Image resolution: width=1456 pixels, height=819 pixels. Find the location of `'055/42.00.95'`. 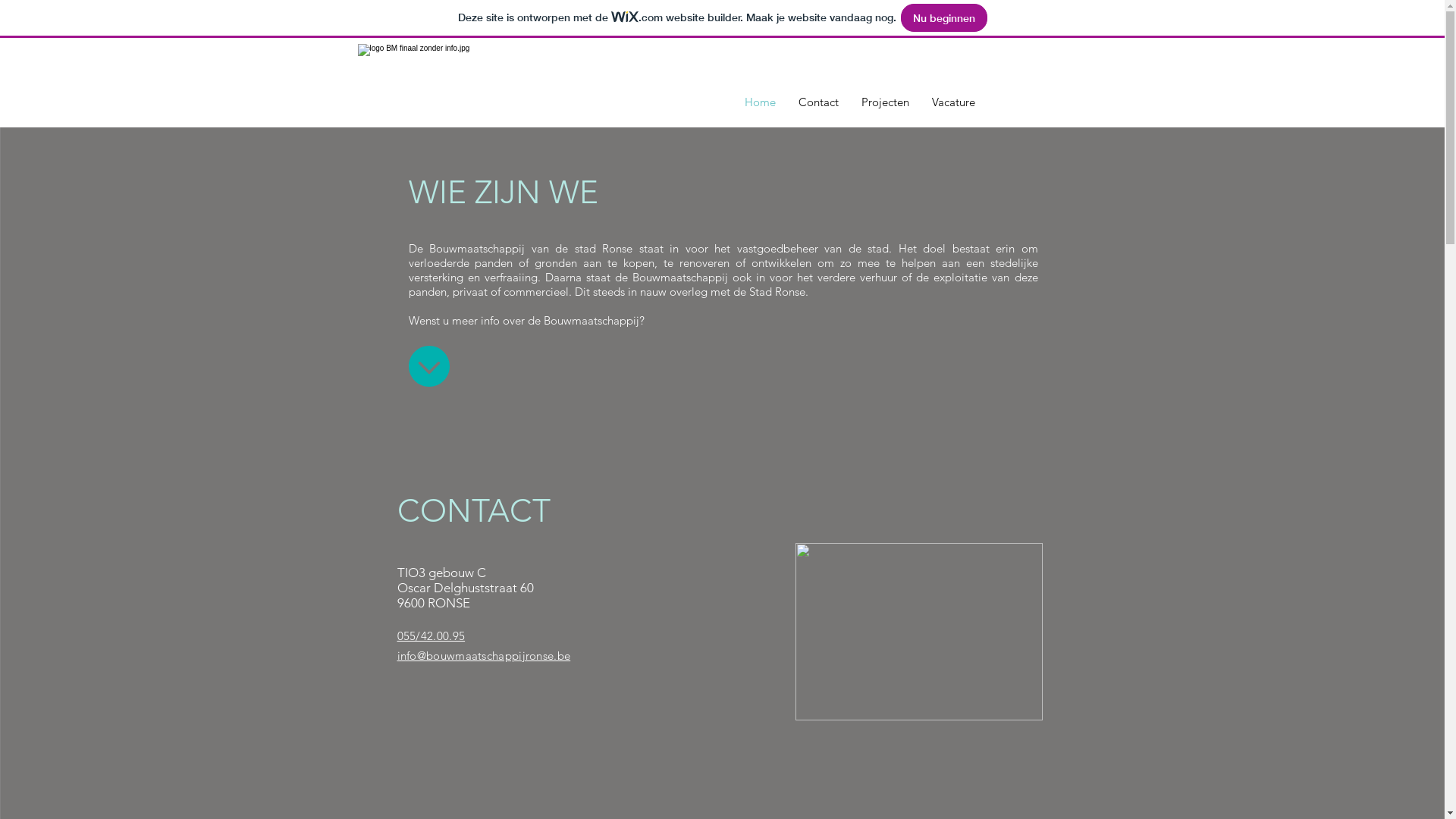

'055/42.00.95' is located at coordinates (431, 635).